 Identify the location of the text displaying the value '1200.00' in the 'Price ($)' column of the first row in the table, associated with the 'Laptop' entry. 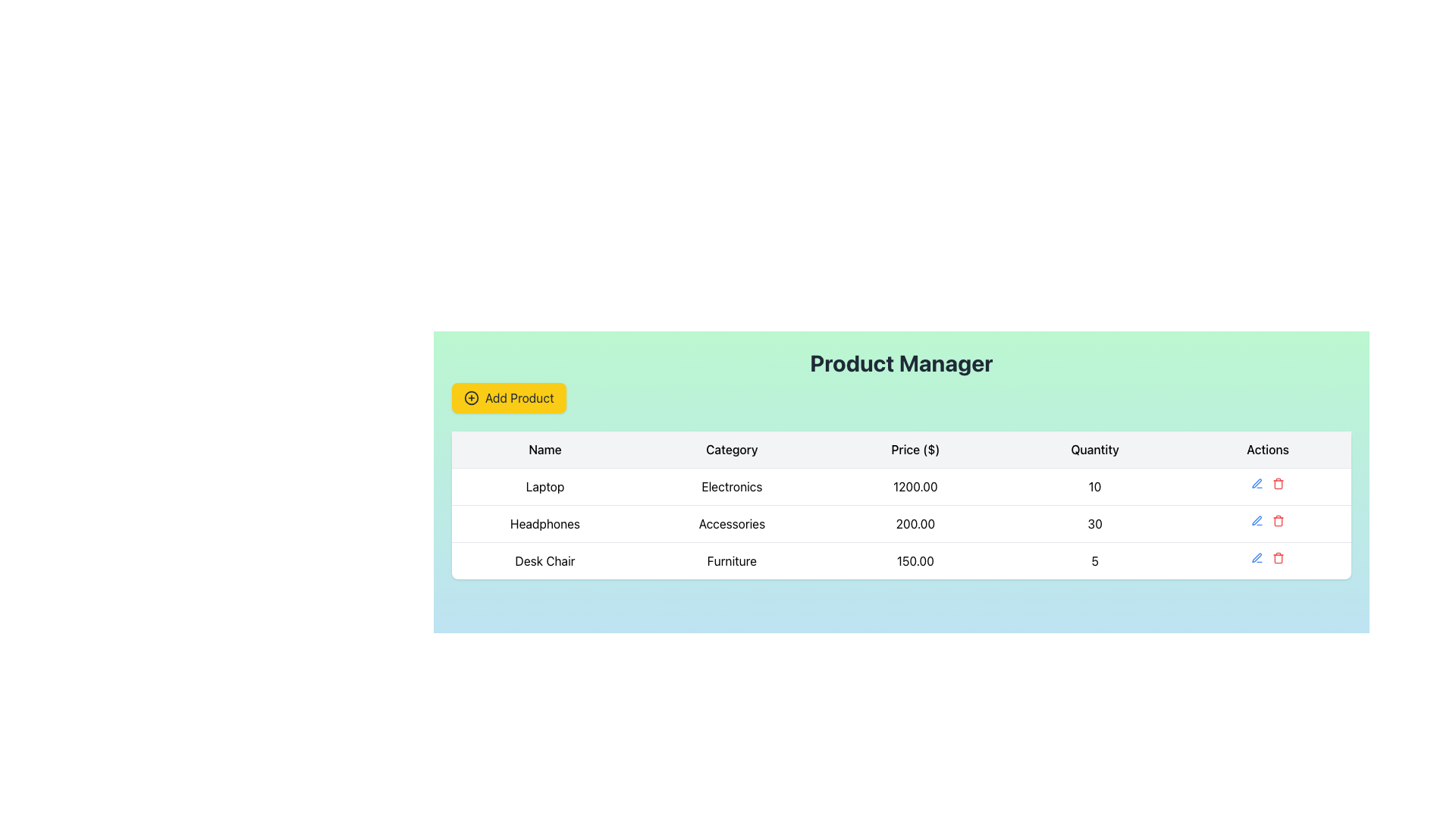
(915, 486).